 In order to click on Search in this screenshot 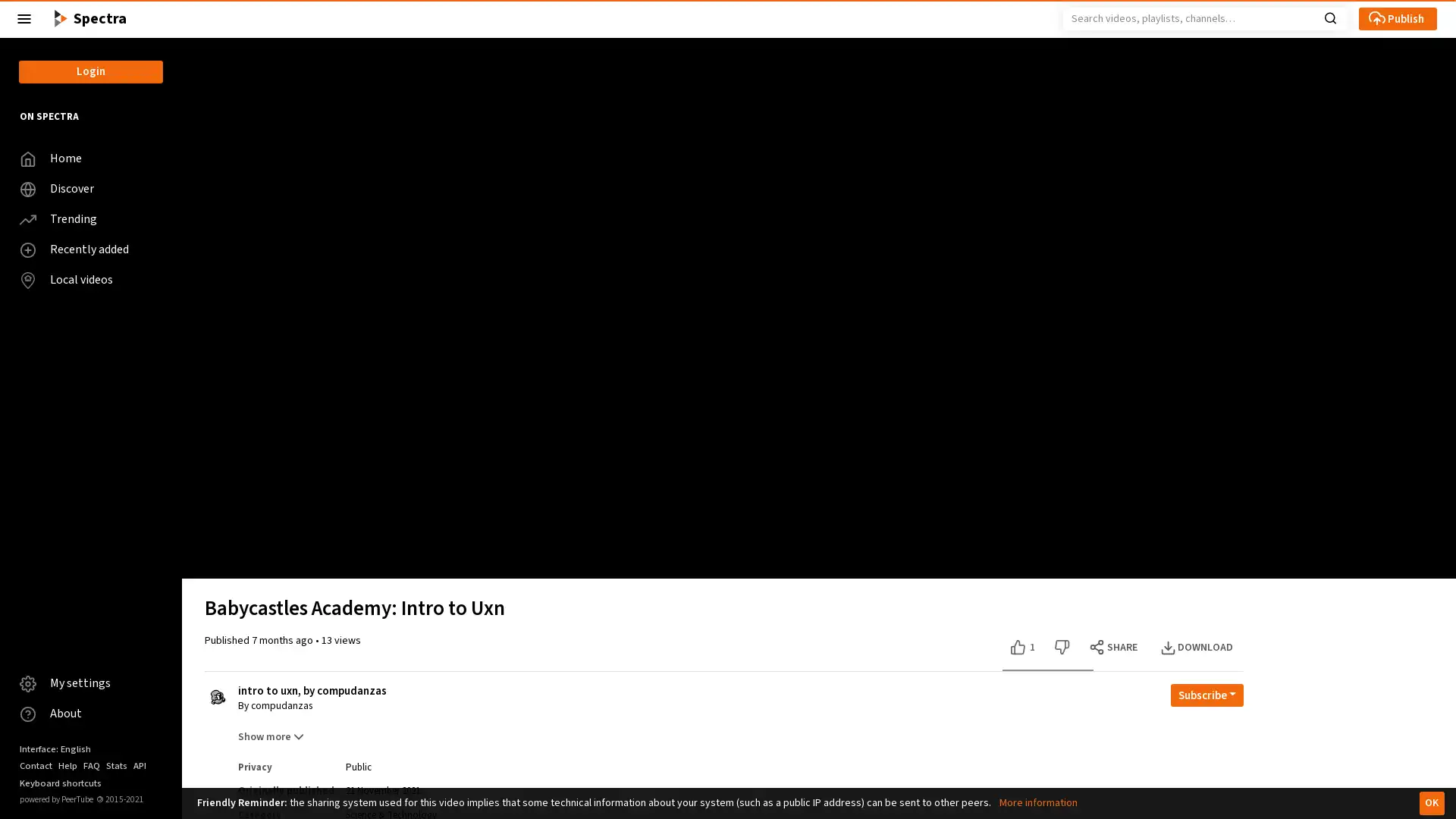, I will do `click(1329, 17)`.